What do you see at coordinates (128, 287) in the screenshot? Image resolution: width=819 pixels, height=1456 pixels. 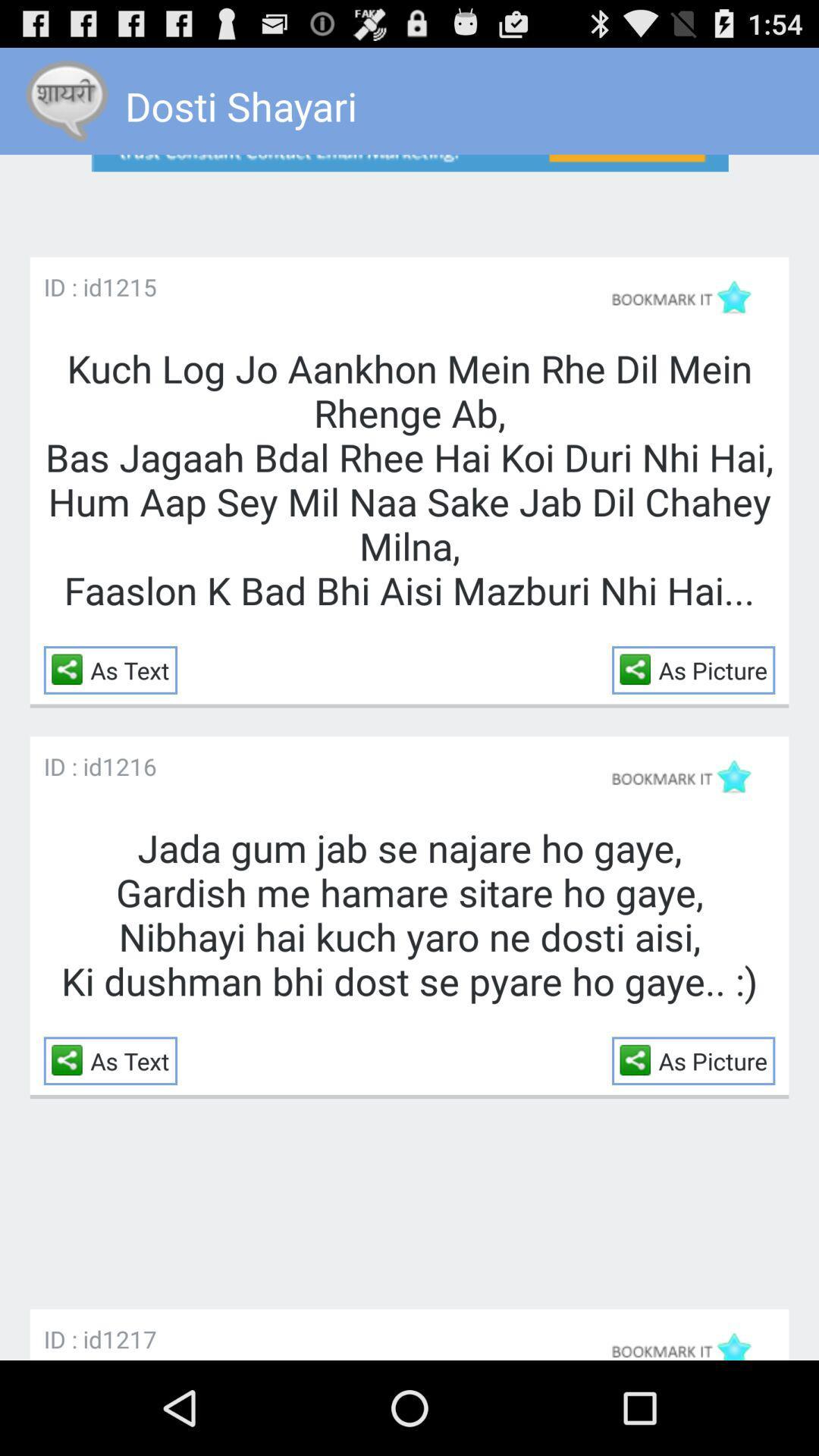 I see `item next to id : id` at bounding box center [128, 287].